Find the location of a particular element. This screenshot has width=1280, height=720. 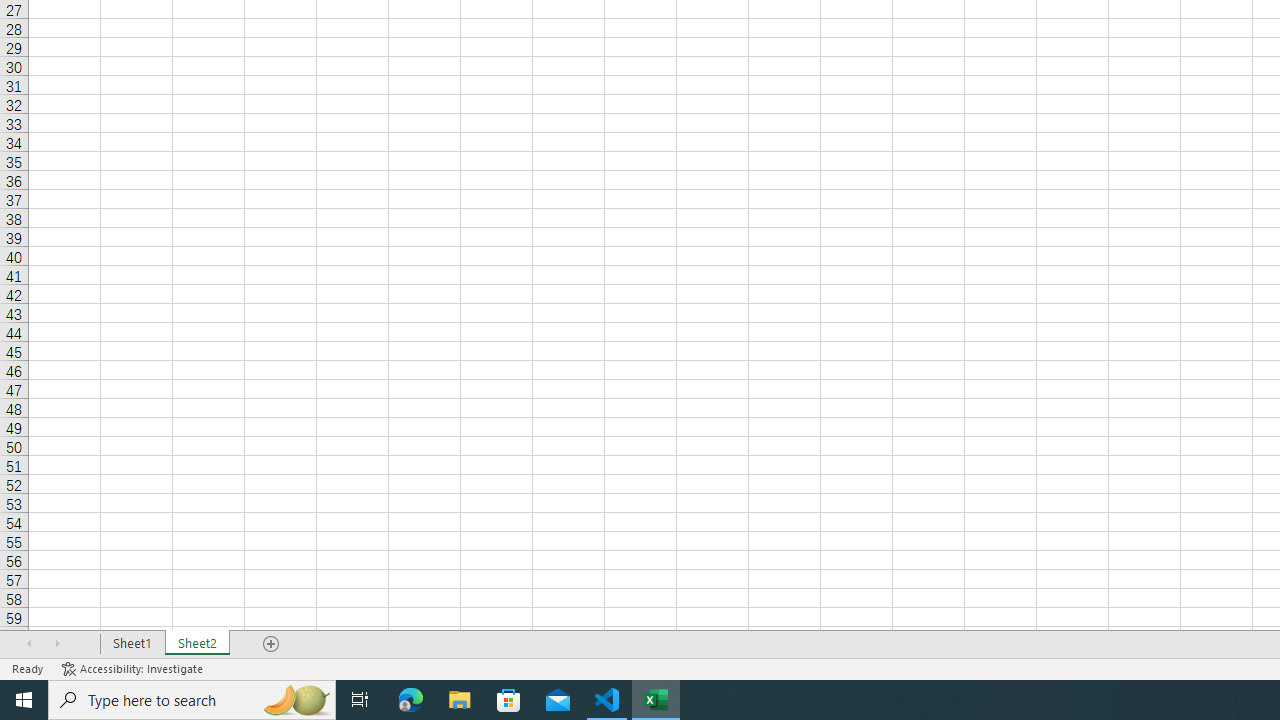

'Add Sheet' is located at coordinates (271, 644).